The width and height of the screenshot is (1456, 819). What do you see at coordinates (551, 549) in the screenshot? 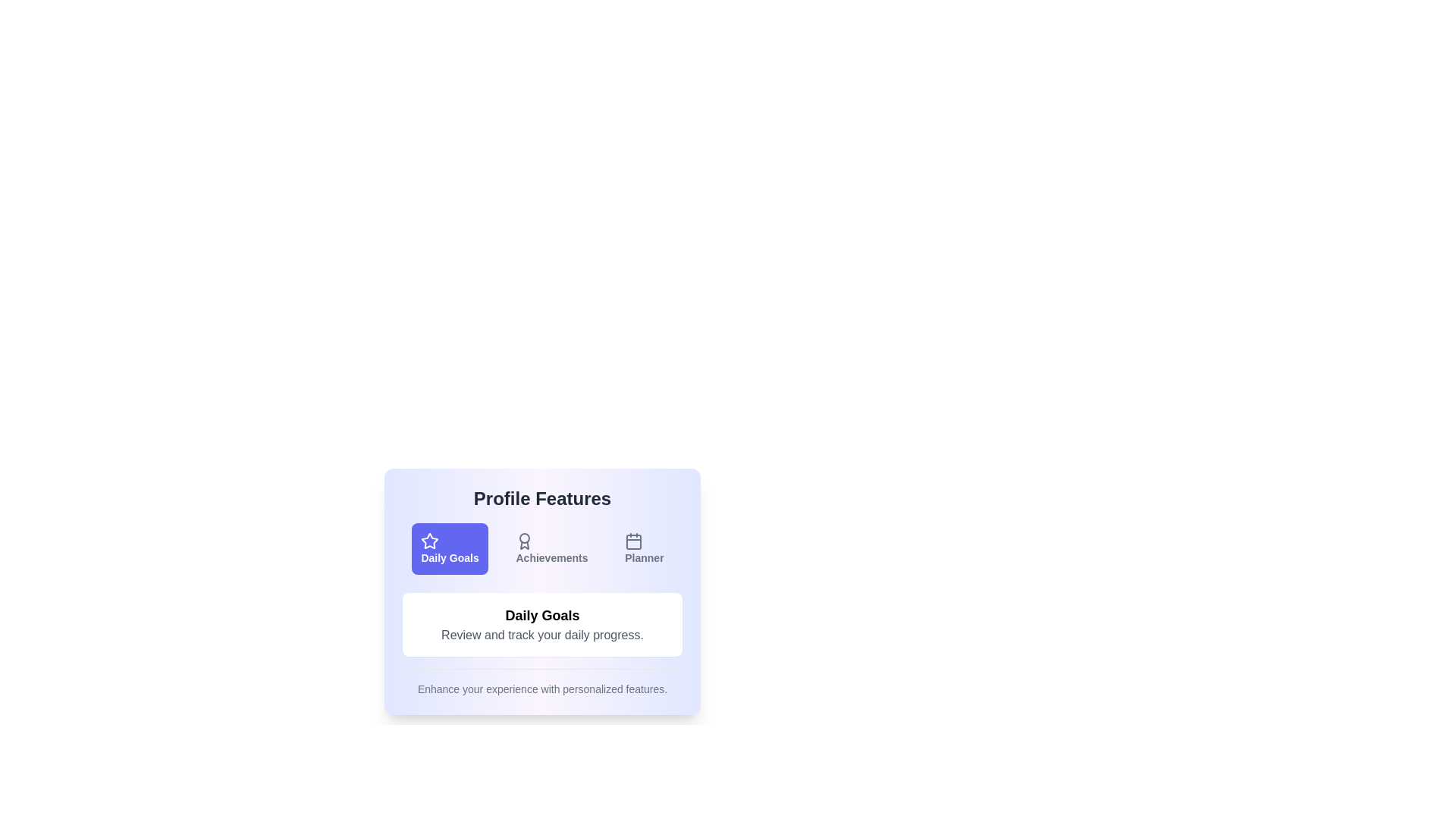
I see `the Achievements tab to switch to its content` at bounding box center [551, 549].